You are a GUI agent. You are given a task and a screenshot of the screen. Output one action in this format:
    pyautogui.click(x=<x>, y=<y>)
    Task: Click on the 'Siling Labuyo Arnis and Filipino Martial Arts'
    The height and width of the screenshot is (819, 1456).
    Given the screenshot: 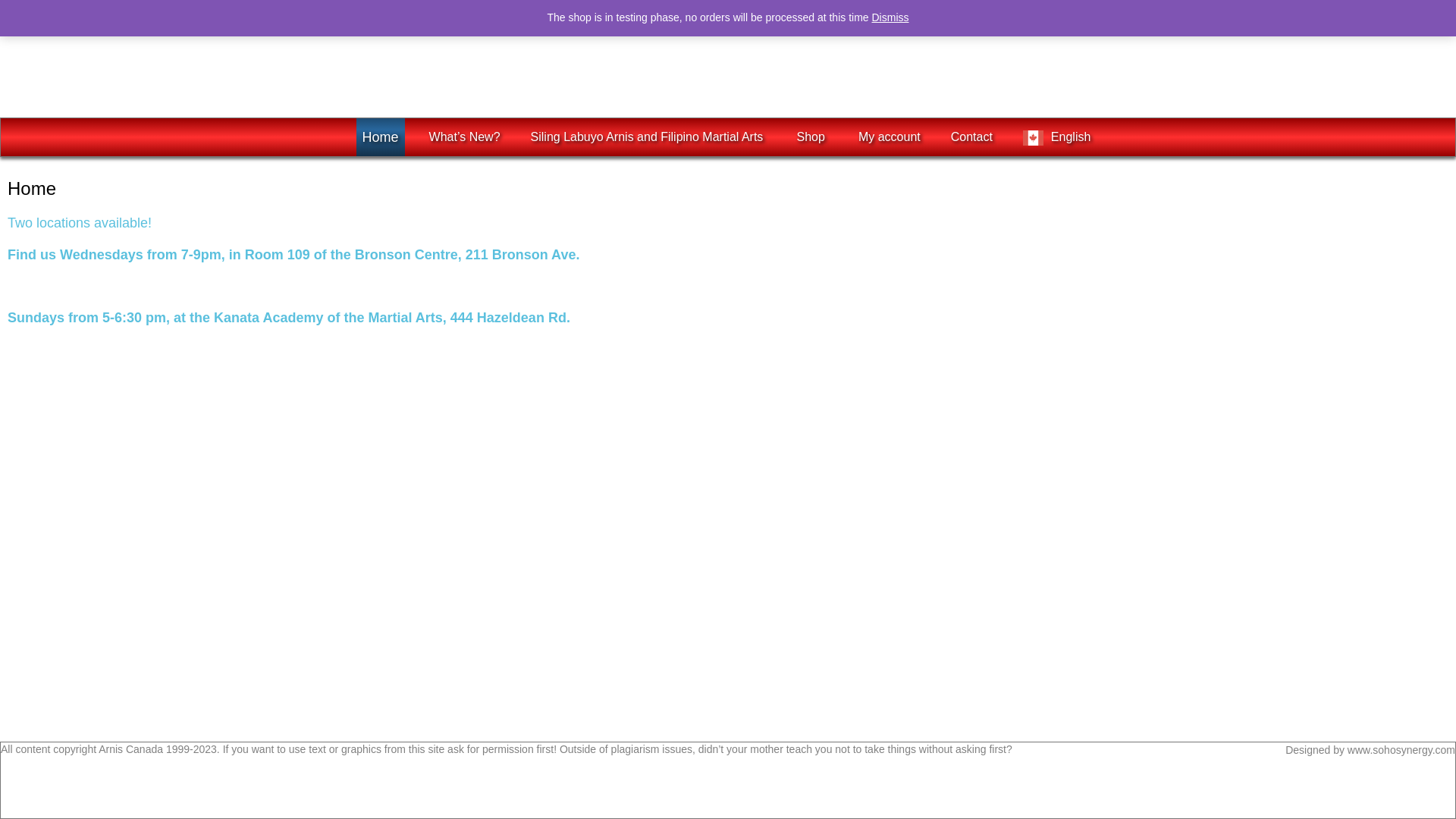 What is the action you would take?
    pyautogui.click(x=648, y=137)
    